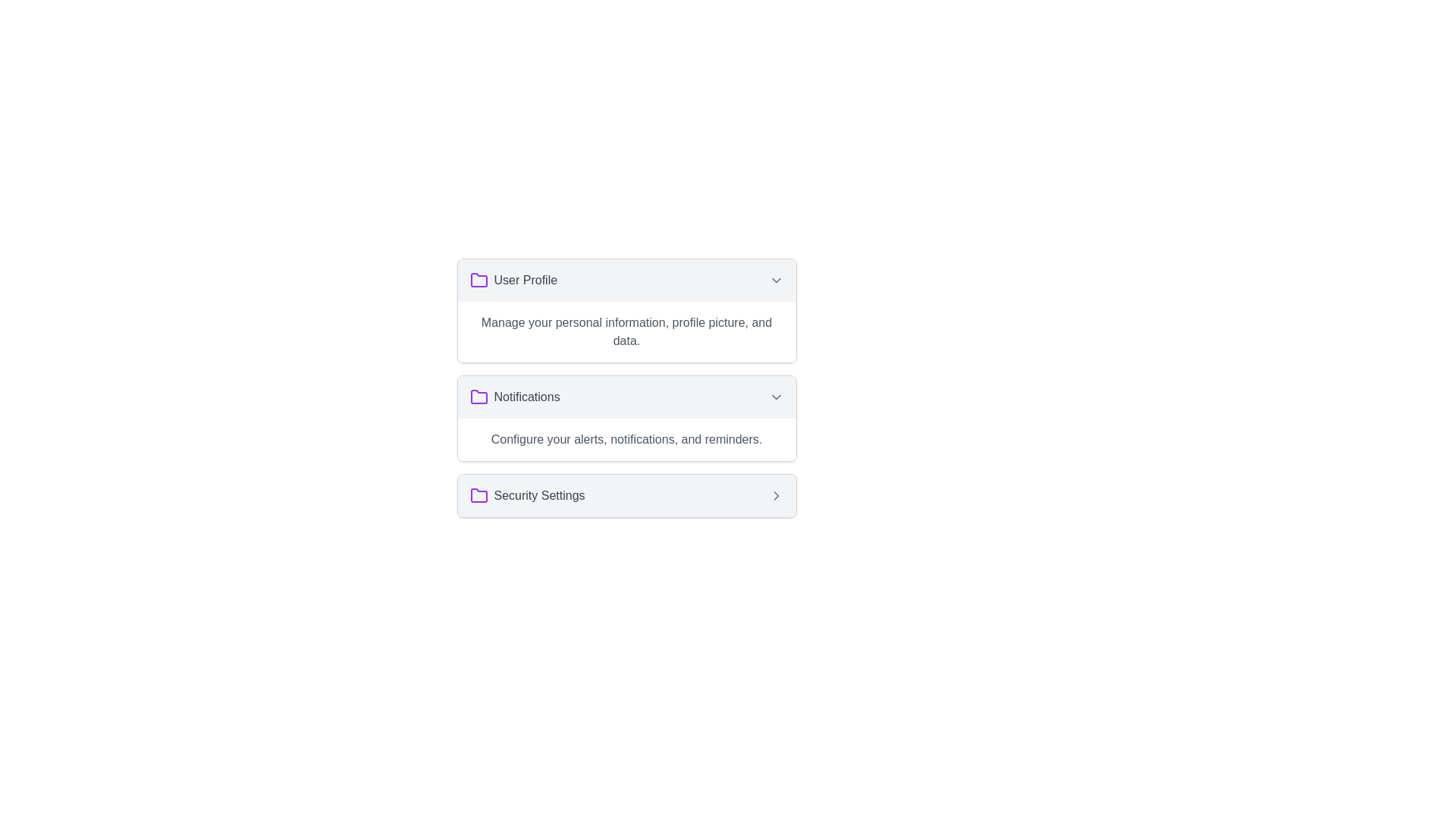 The height and width of the screenshot is (819, 1456). What do you see at coordinates (626, 496) in the screenshot?
I see `the 'Security Settings' button` at bounding box center [626, 496].